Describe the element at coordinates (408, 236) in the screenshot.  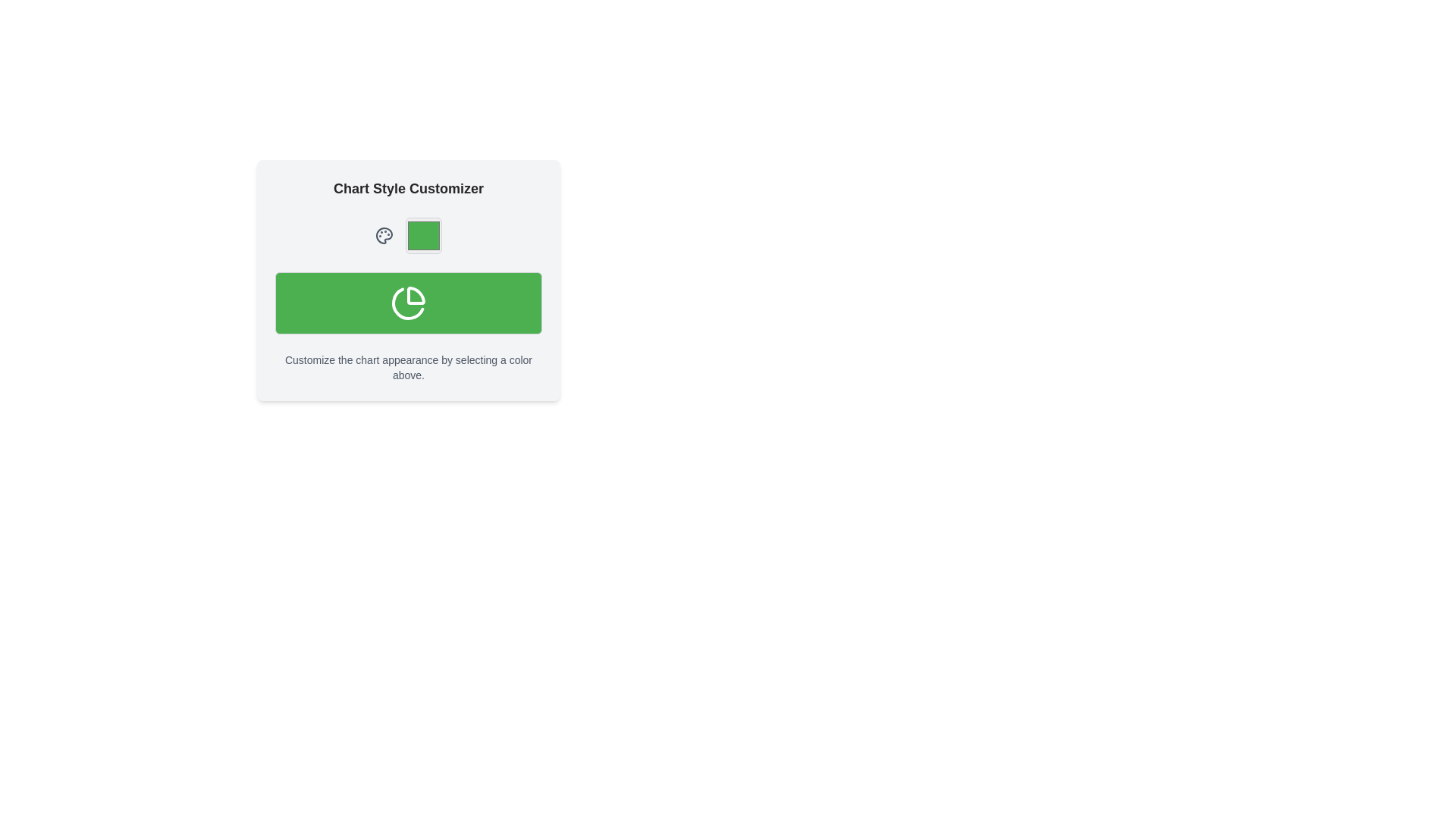
I see `the Color Selection Element with a green background, located in the 'Chart Style Customizer' panel, which is the second item in a horizontal arrangement` at that location.